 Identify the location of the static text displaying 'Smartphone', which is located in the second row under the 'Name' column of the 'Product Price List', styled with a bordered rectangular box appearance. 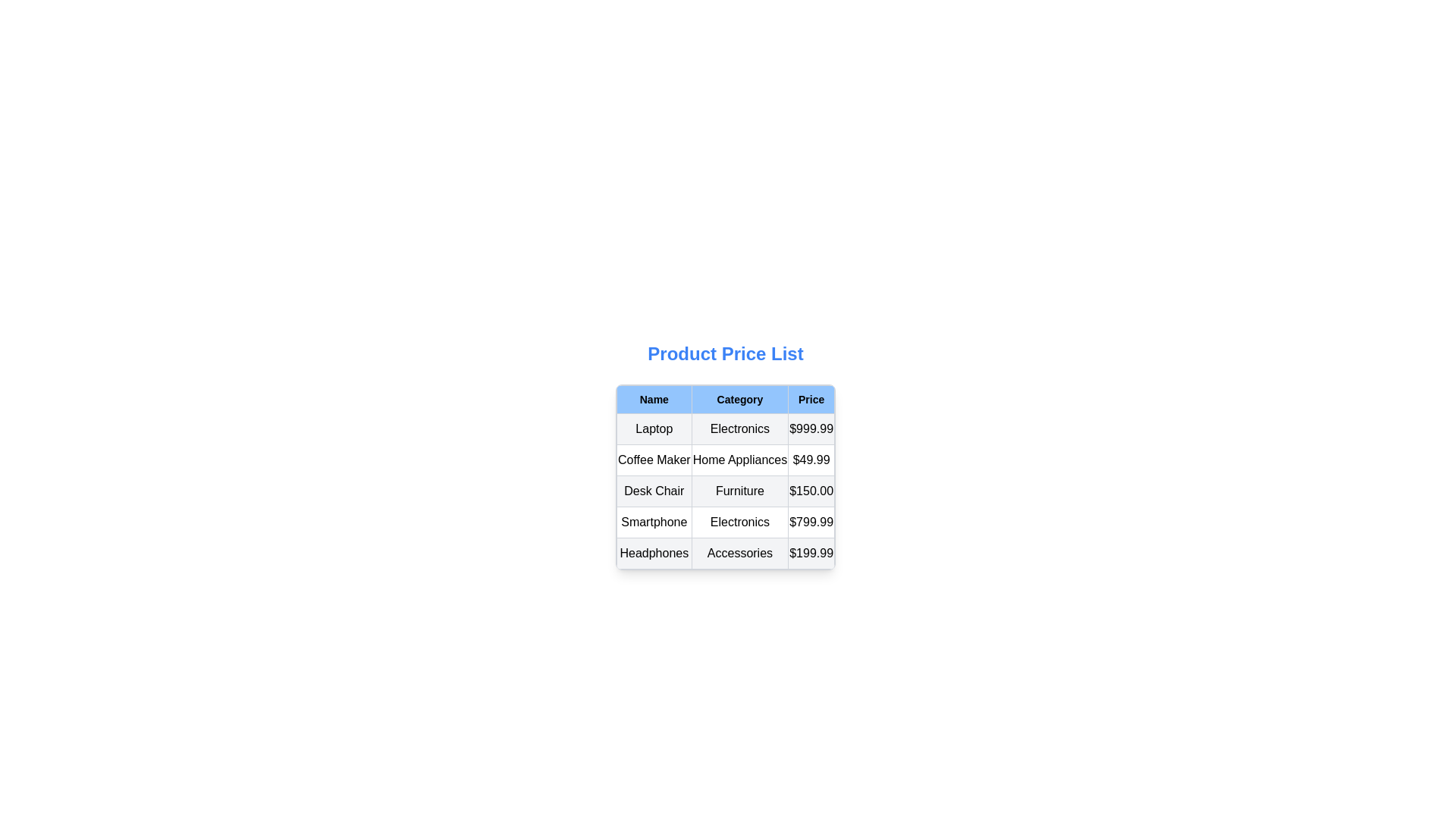
(654, 522).